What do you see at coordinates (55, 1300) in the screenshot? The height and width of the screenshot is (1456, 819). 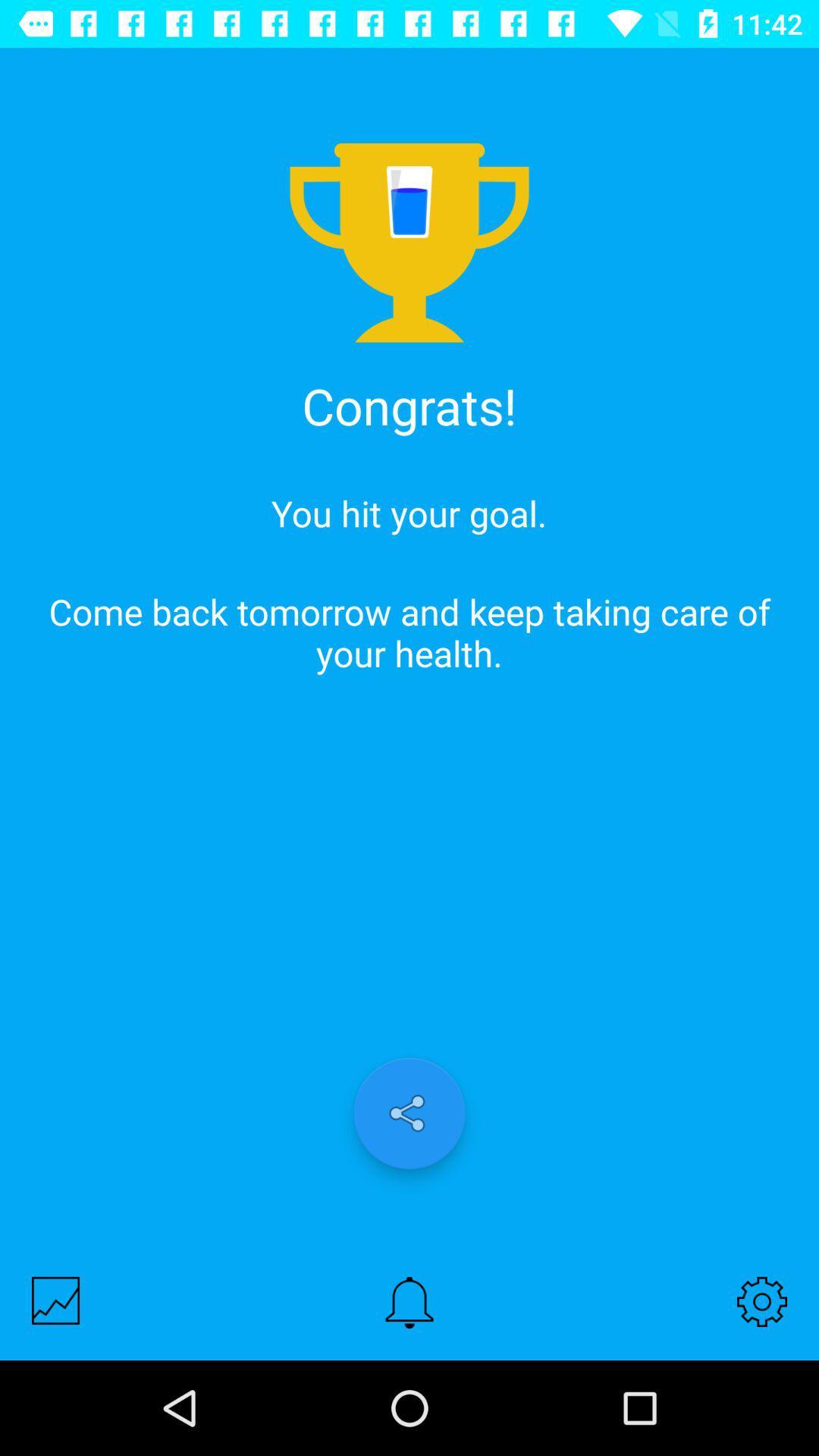 I see `good bye` at bounding box center [55, 1300].